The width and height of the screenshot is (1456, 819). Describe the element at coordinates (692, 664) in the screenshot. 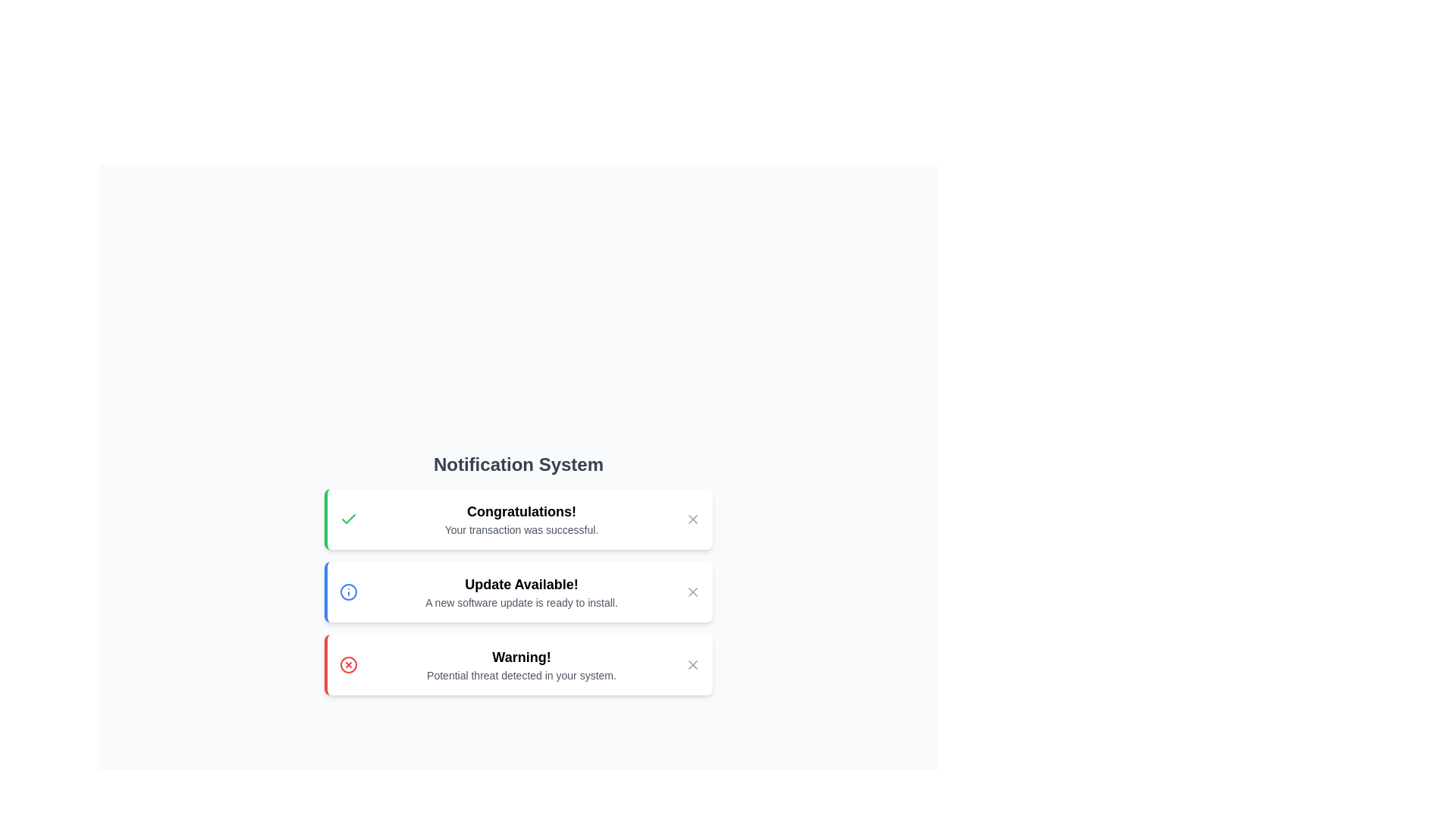

I see `the third 'X' icon in the warning notification box` at that location.